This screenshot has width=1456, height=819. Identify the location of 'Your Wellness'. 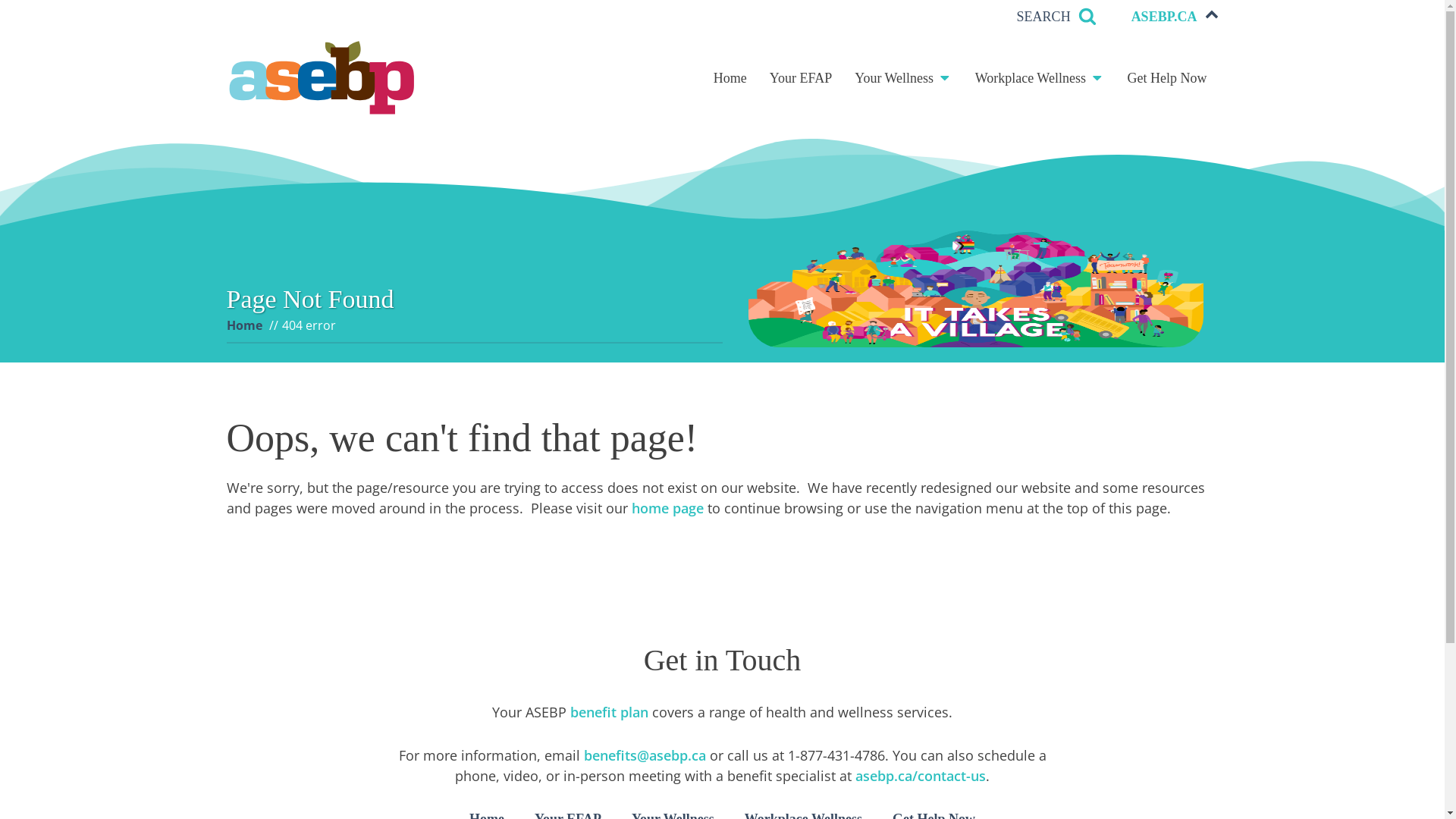
(903, 78).